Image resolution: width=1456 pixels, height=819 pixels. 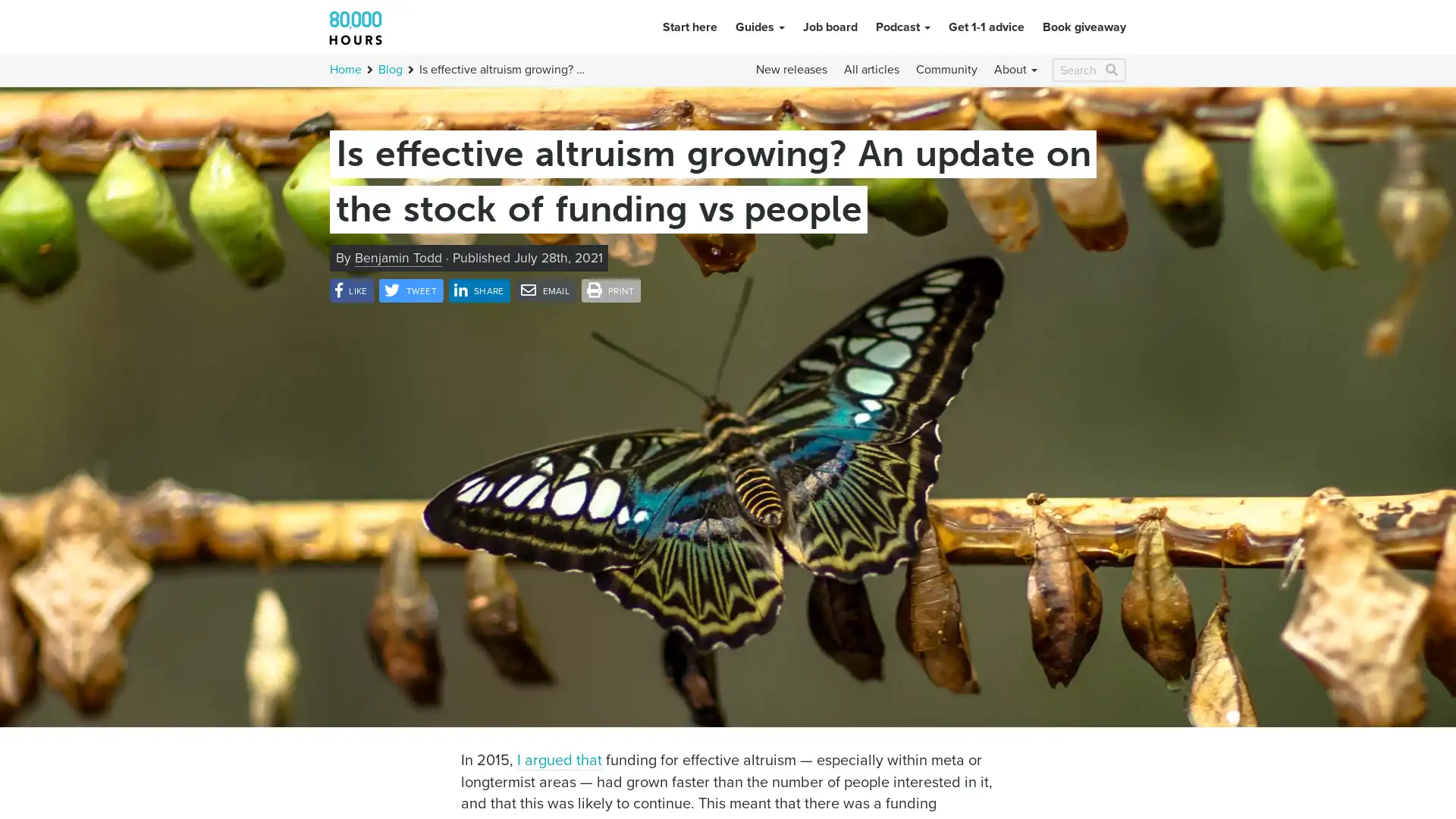 I want to click on Search, so click(x=1112, y=70).